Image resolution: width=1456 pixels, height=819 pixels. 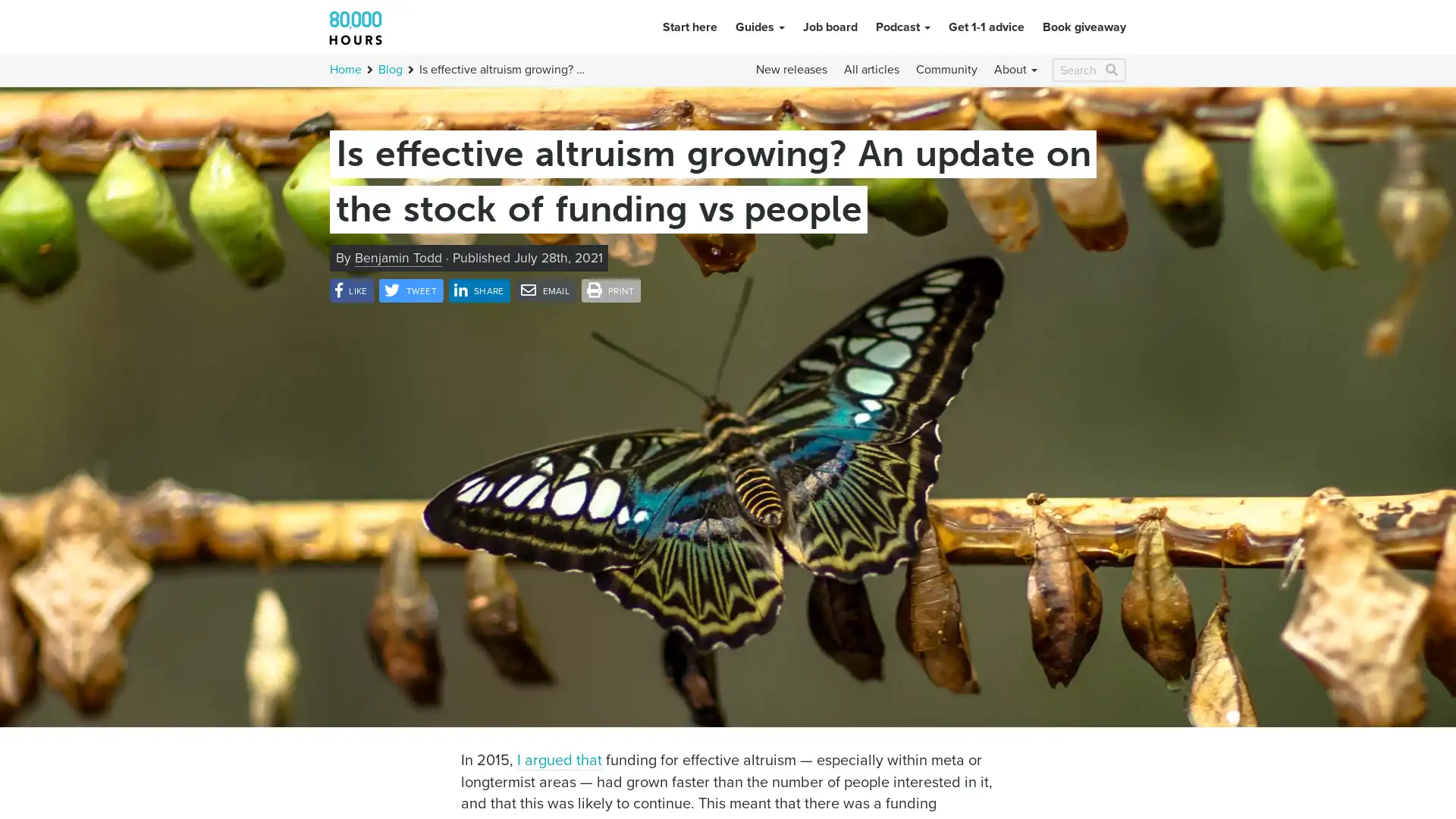 I want to click on Search, so click(x=1112, y=70).